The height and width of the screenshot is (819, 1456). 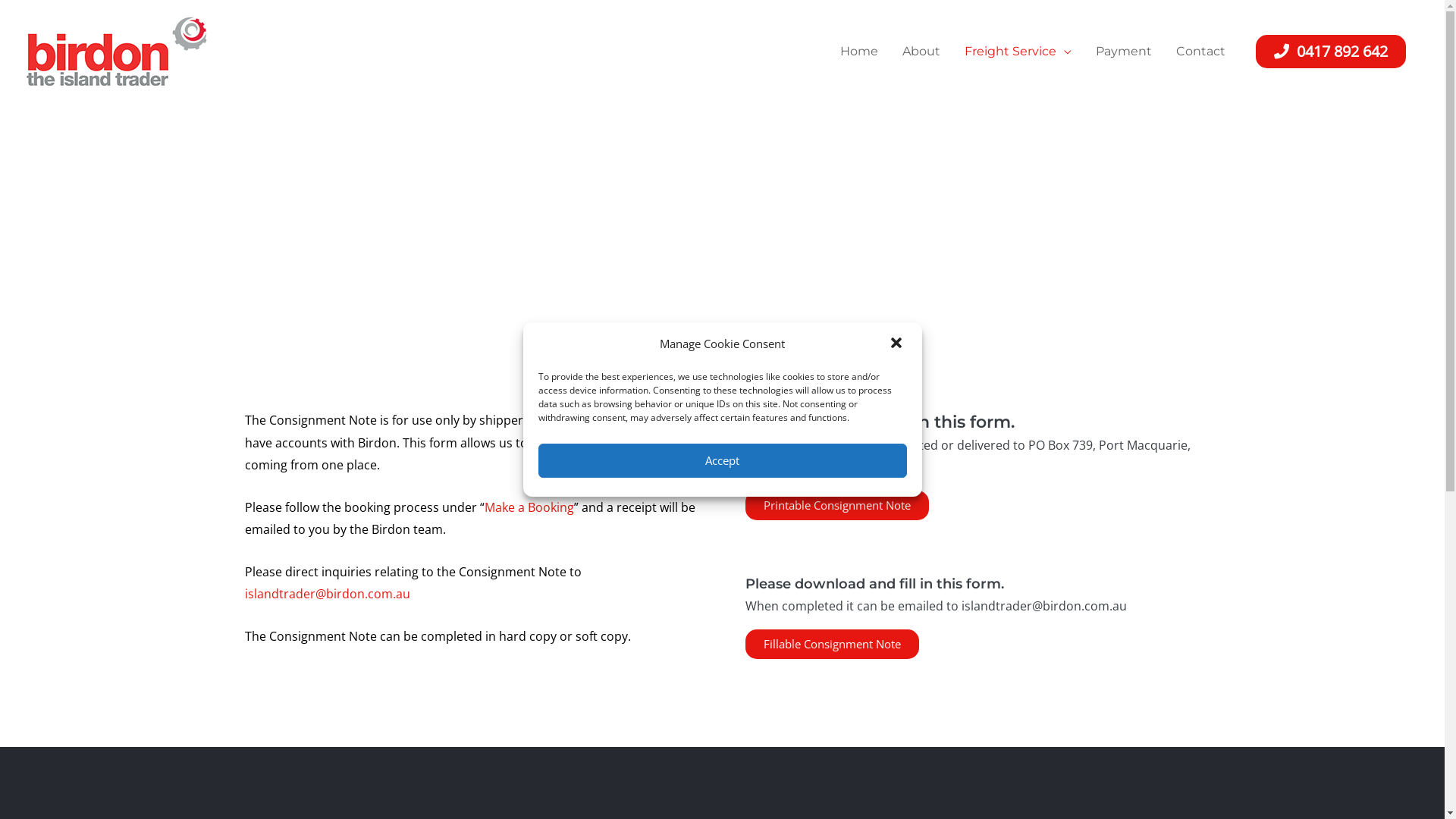 I want to click on 'Home', so click(x=858, y=51).